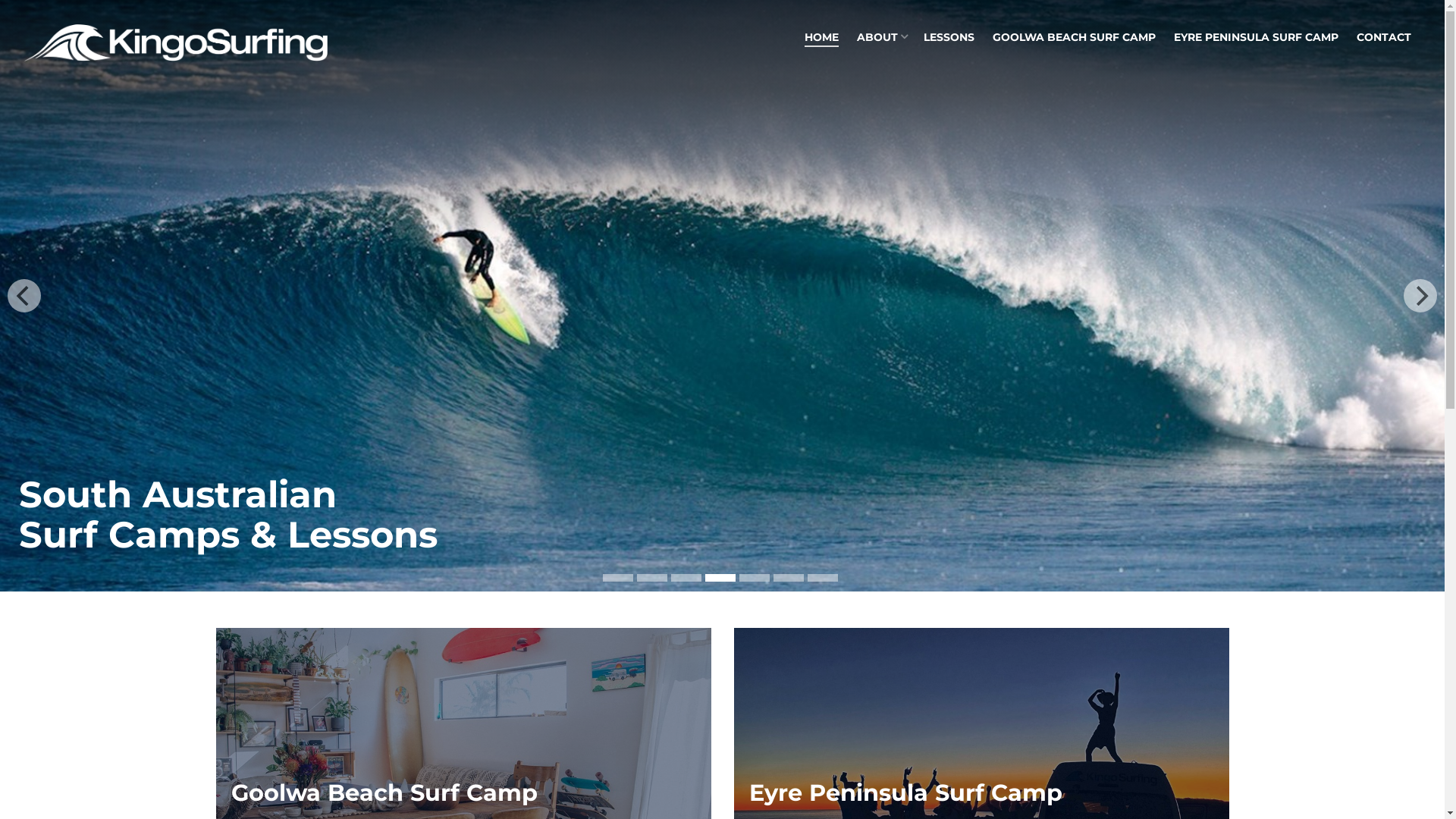  Describe the element at coordinates (1256, 36) in the screenshot. I see `'EYRE PENINSULA SURF CAMP'` at that location.